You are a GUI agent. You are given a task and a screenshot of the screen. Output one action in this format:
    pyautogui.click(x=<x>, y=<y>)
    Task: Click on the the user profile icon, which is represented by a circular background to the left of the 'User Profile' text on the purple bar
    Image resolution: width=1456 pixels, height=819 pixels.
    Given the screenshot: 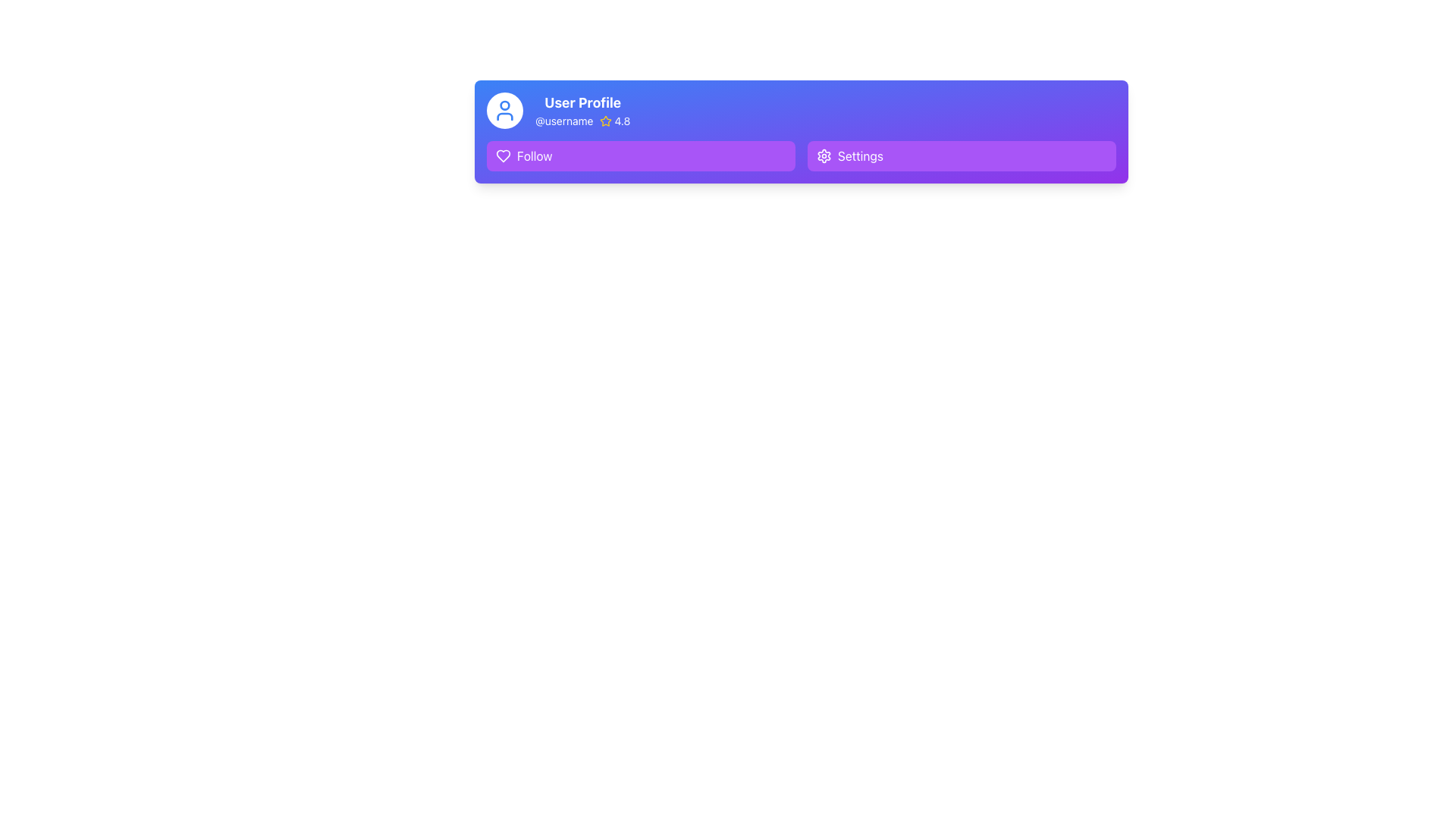 What is the action you would take?
    pyautogui.click(x=505, y=110)
    